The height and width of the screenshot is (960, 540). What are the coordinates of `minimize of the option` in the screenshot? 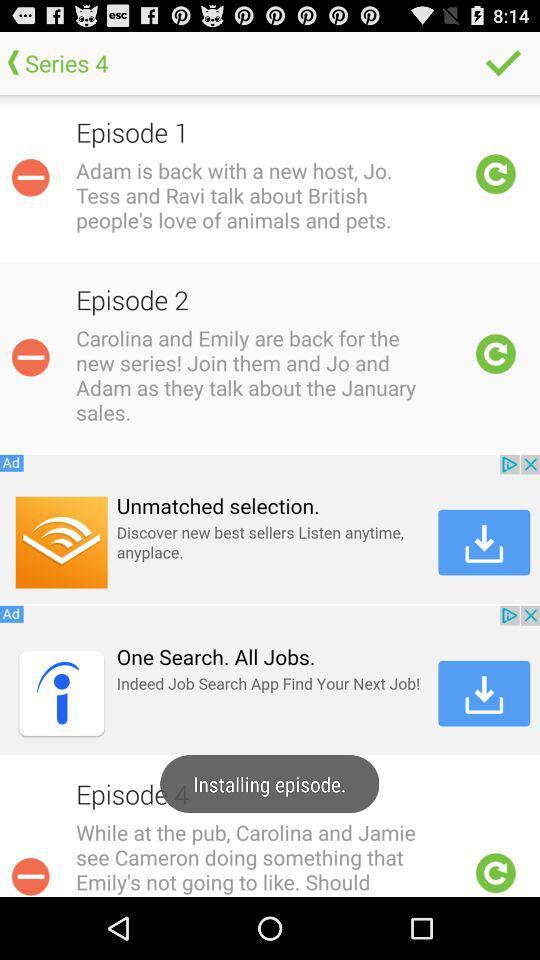 It's located at (29, 873).